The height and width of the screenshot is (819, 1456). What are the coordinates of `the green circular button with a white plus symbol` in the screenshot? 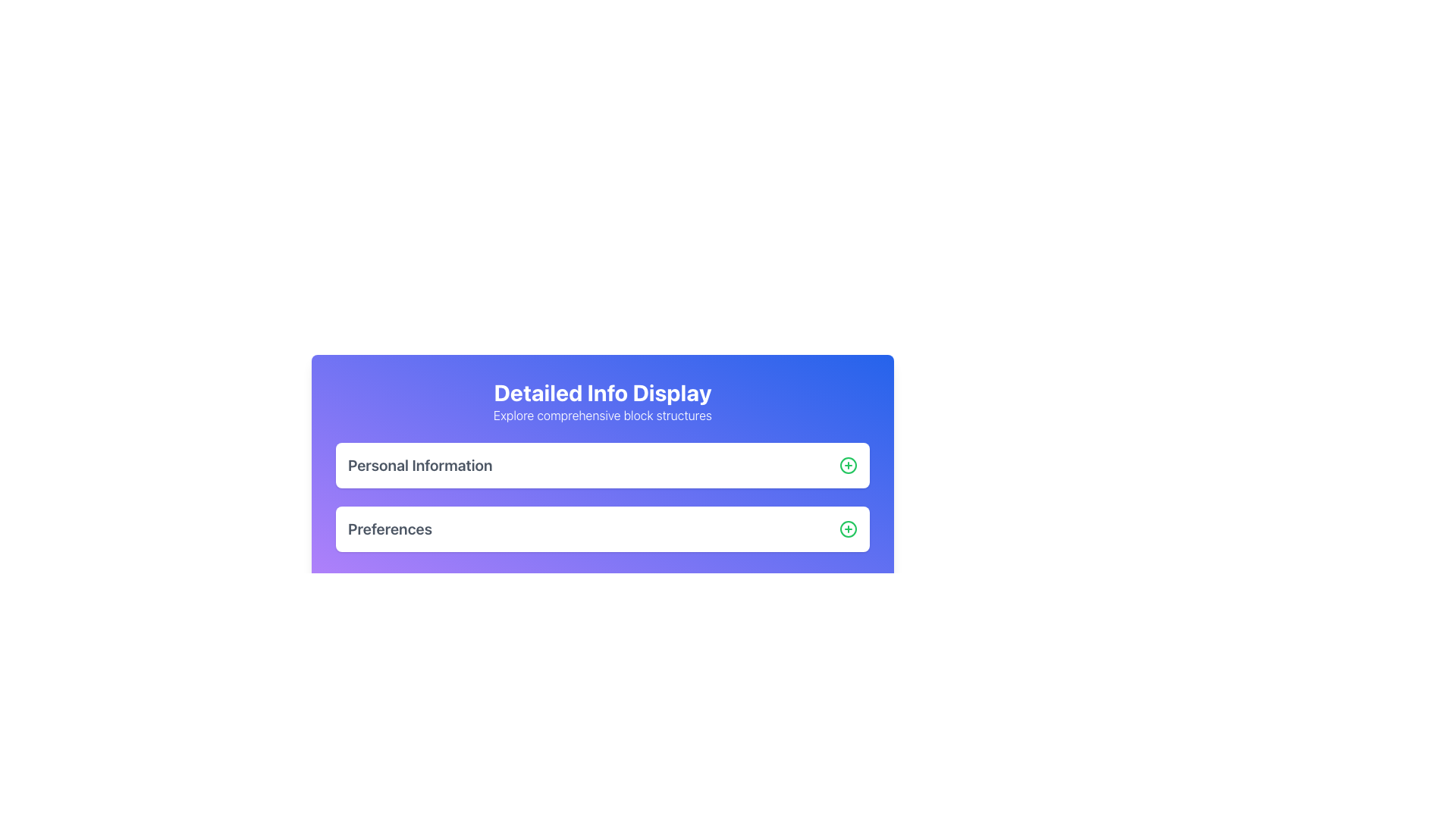 It's located at (847, 529).